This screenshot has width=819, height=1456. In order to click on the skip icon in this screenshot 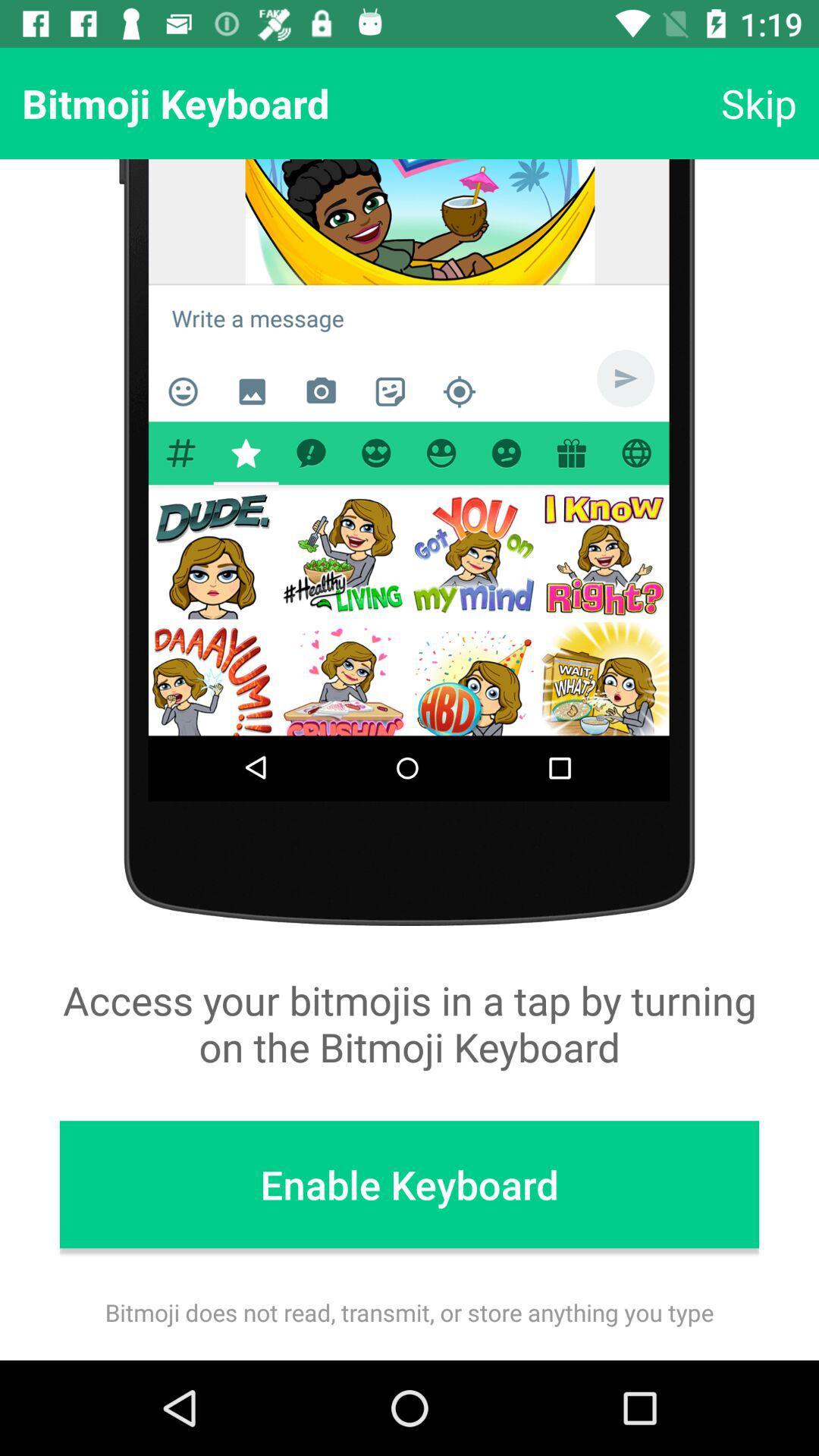, I will do `click(758, 102)`.